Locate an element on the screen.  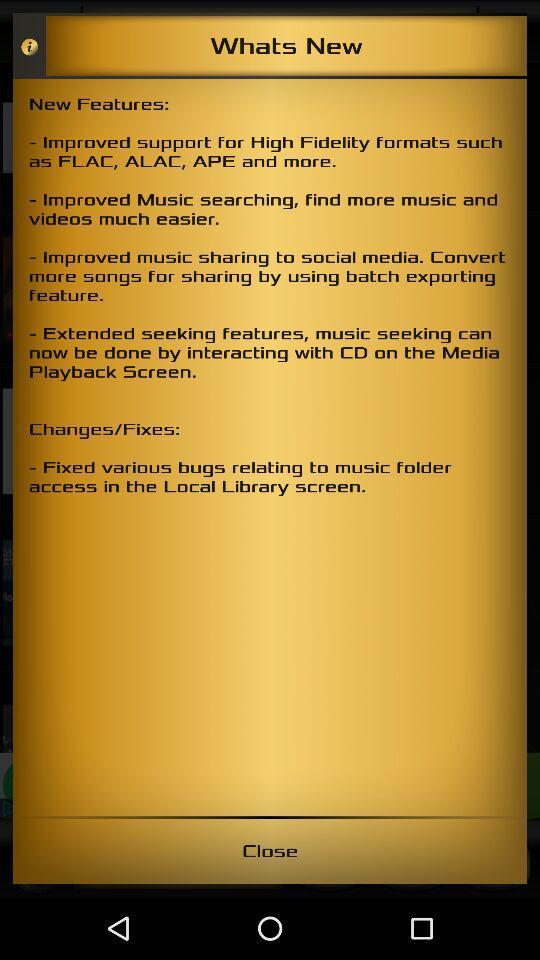
the close item is located at coordinates (270, 850).